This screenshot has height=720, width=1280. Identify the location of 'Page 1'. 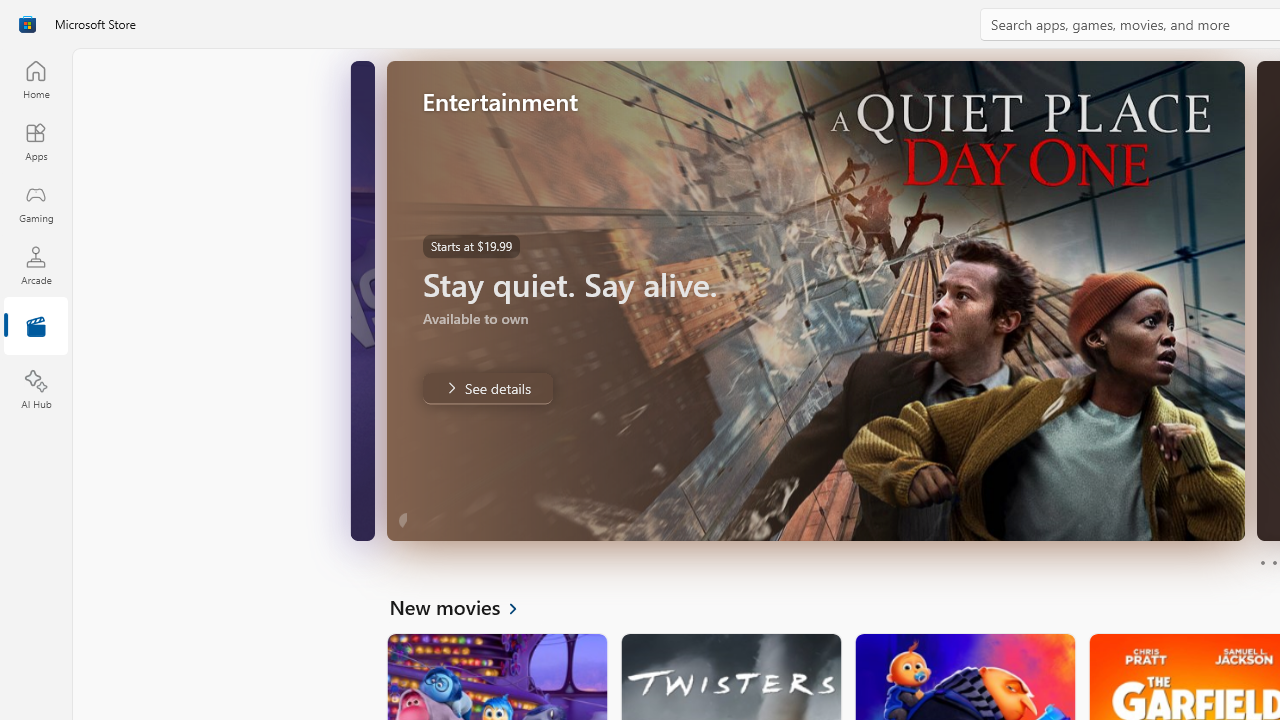
(1261, 563).